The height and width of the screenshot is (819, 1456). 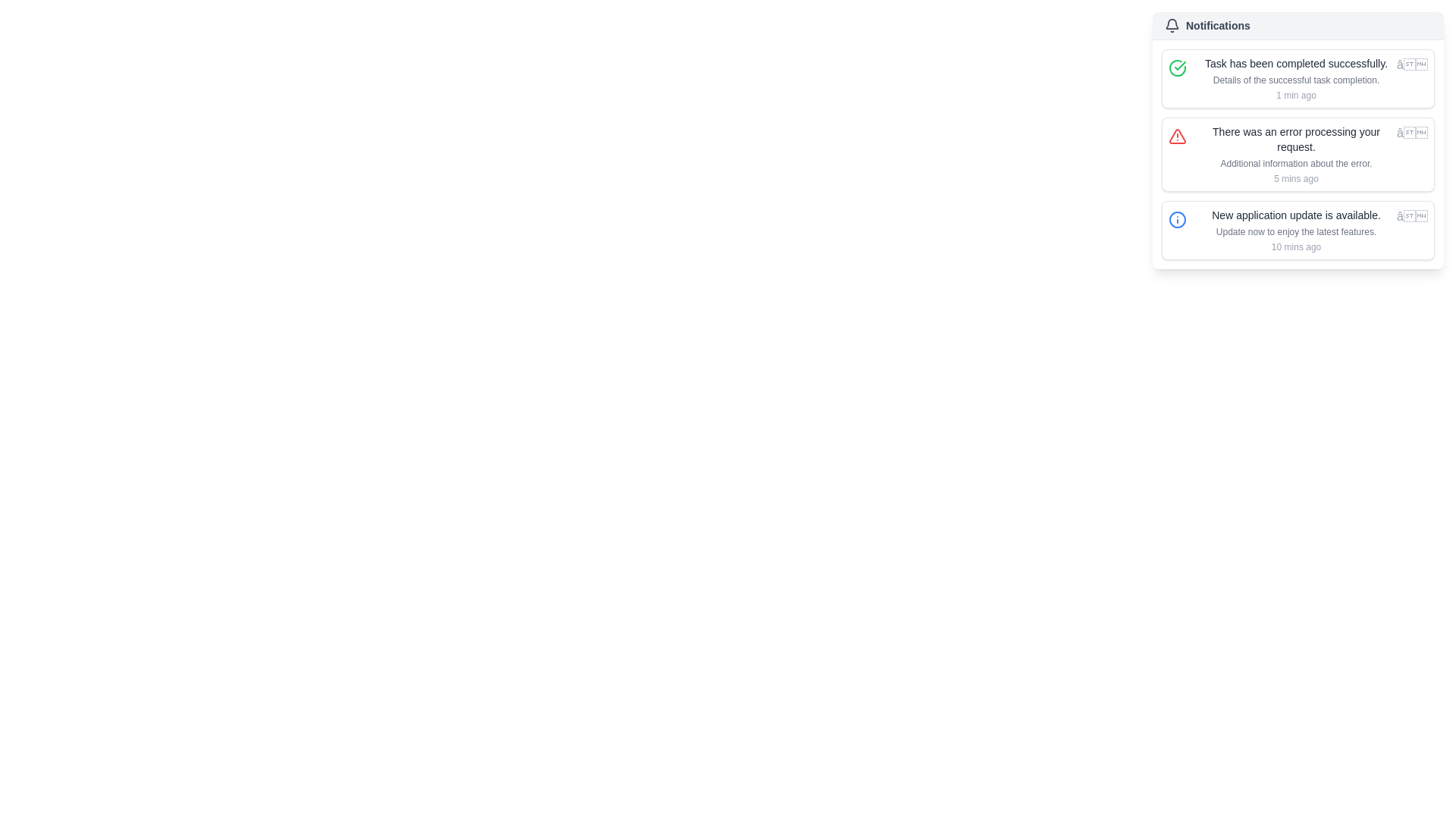 What do you see at coordinates (1298, 26) in the screenshot?
I see `the notification center header to focus or expand it` at bounding box center [1298, 26].